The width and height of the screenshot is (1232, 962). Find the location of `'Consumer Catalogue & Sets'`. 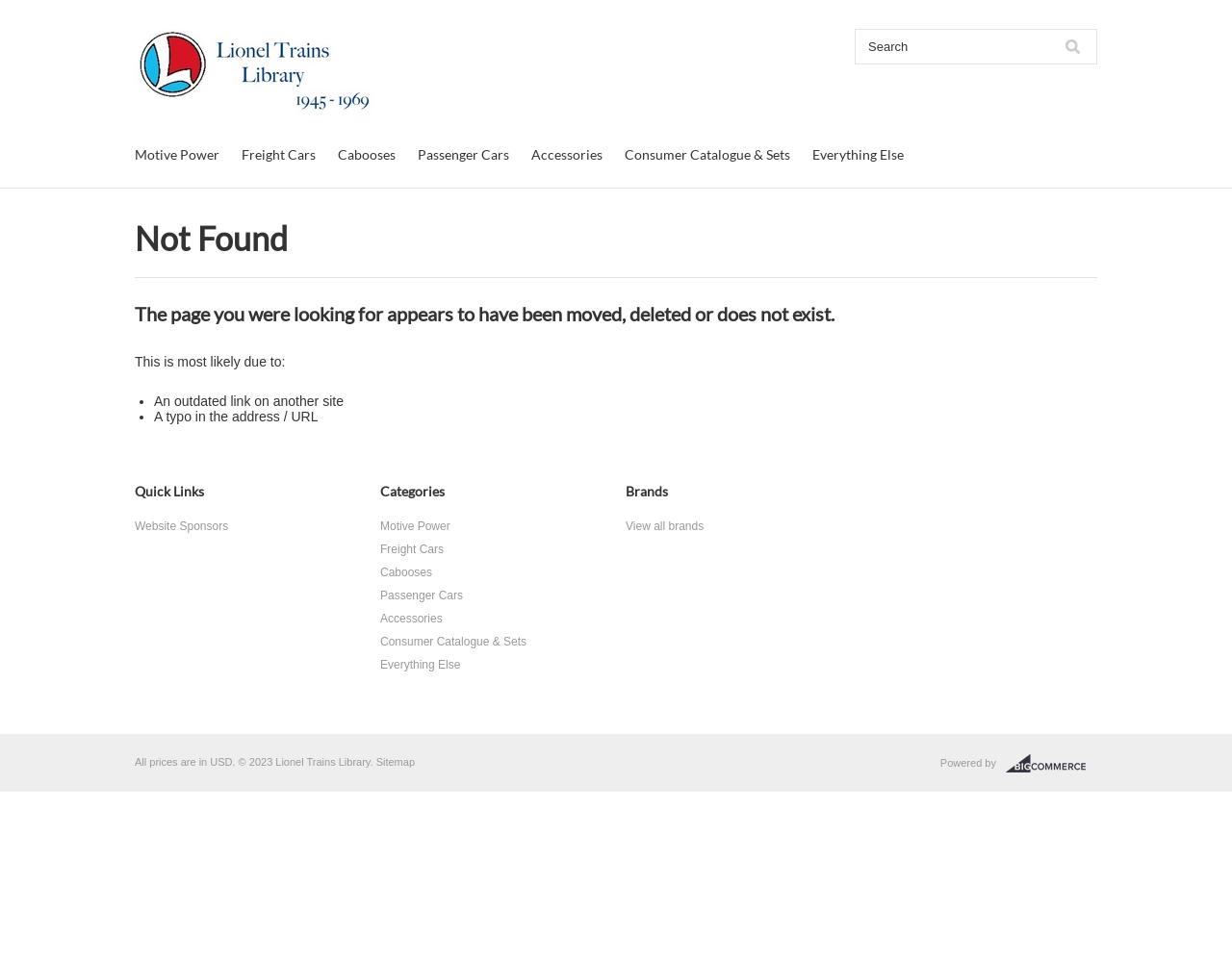

'Consumer Catalogue & Sets' is located at coordinates (706, 154).